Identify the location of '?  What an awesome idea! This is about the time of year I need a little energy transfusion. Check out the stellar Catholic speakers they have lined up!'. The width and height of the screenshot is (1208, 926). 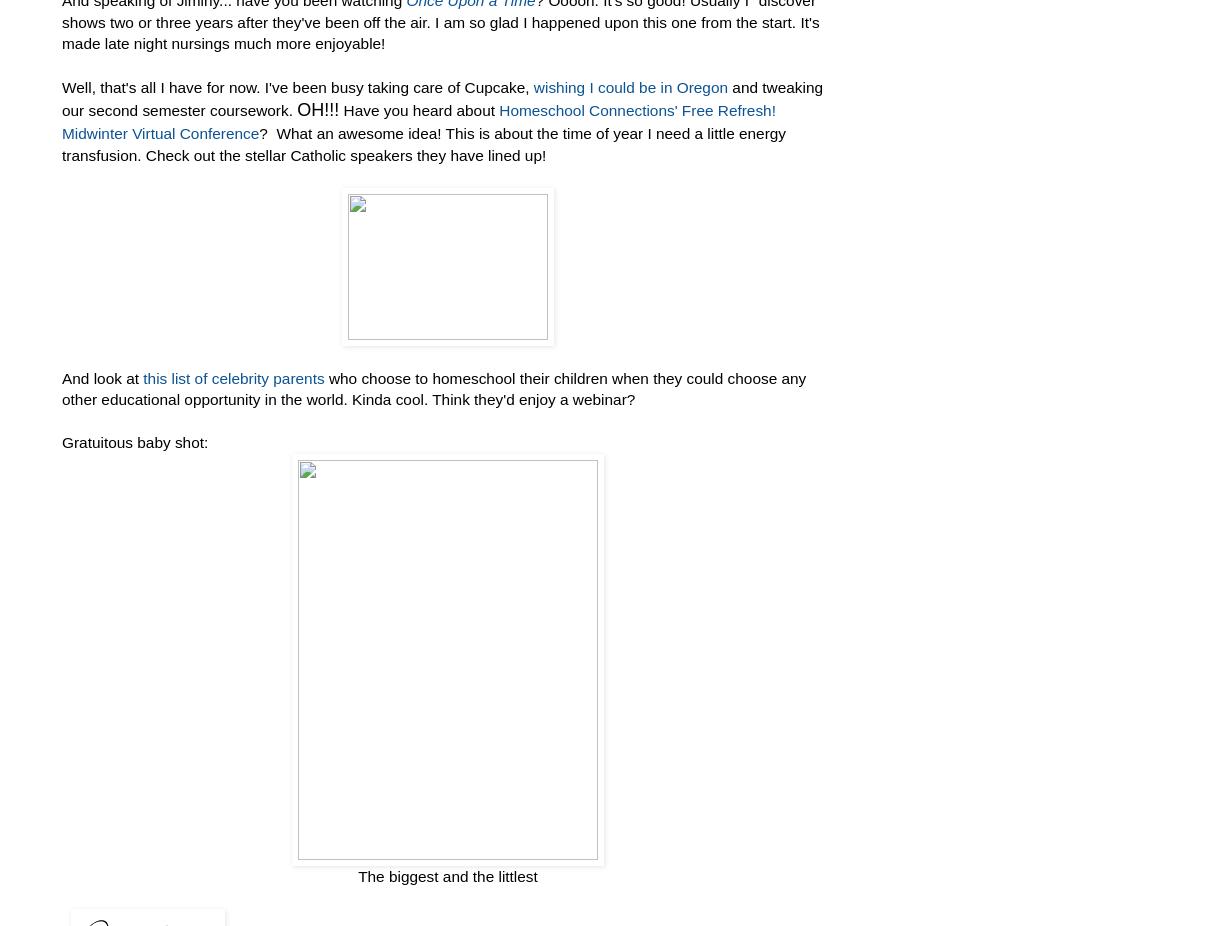
(60, 142).